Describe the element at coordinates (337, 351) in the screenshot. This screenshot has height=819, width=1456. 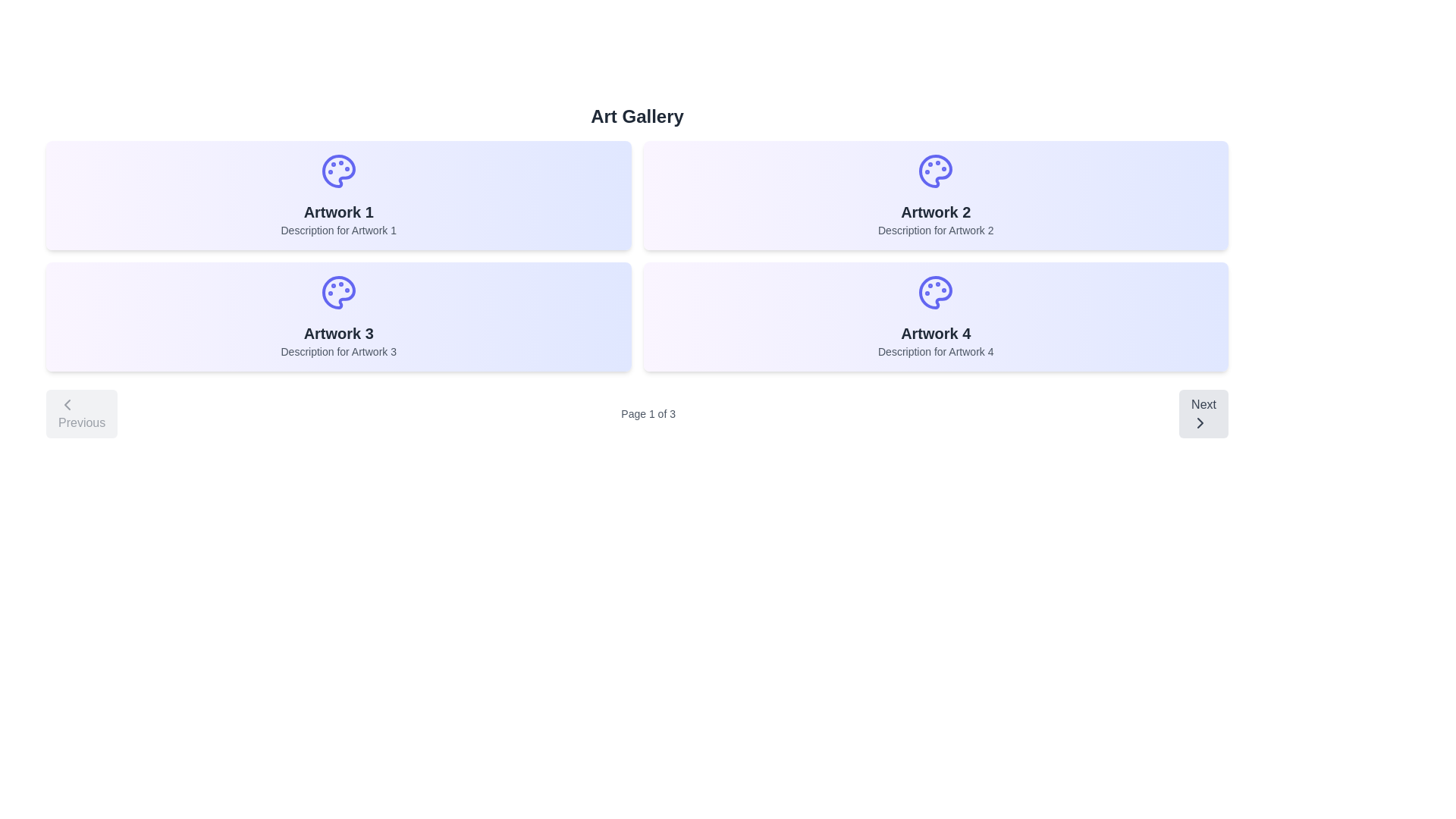
I see `the text label displaying 'Description for Artwork 3'` at that location.